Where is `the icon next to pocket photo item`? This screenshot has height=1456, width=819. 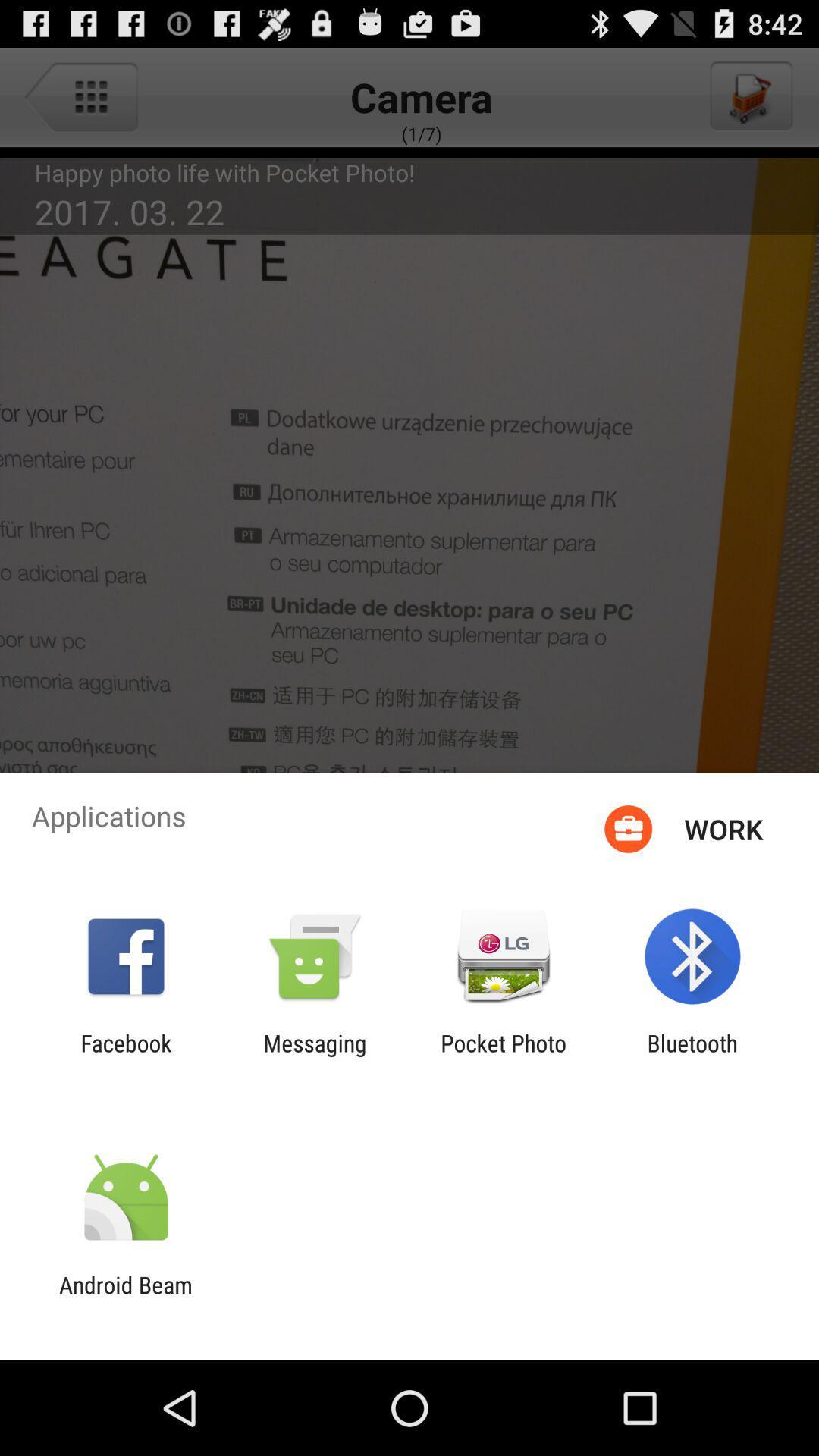 the icon next to pocket photo item is located at coordinates (314, 1056).